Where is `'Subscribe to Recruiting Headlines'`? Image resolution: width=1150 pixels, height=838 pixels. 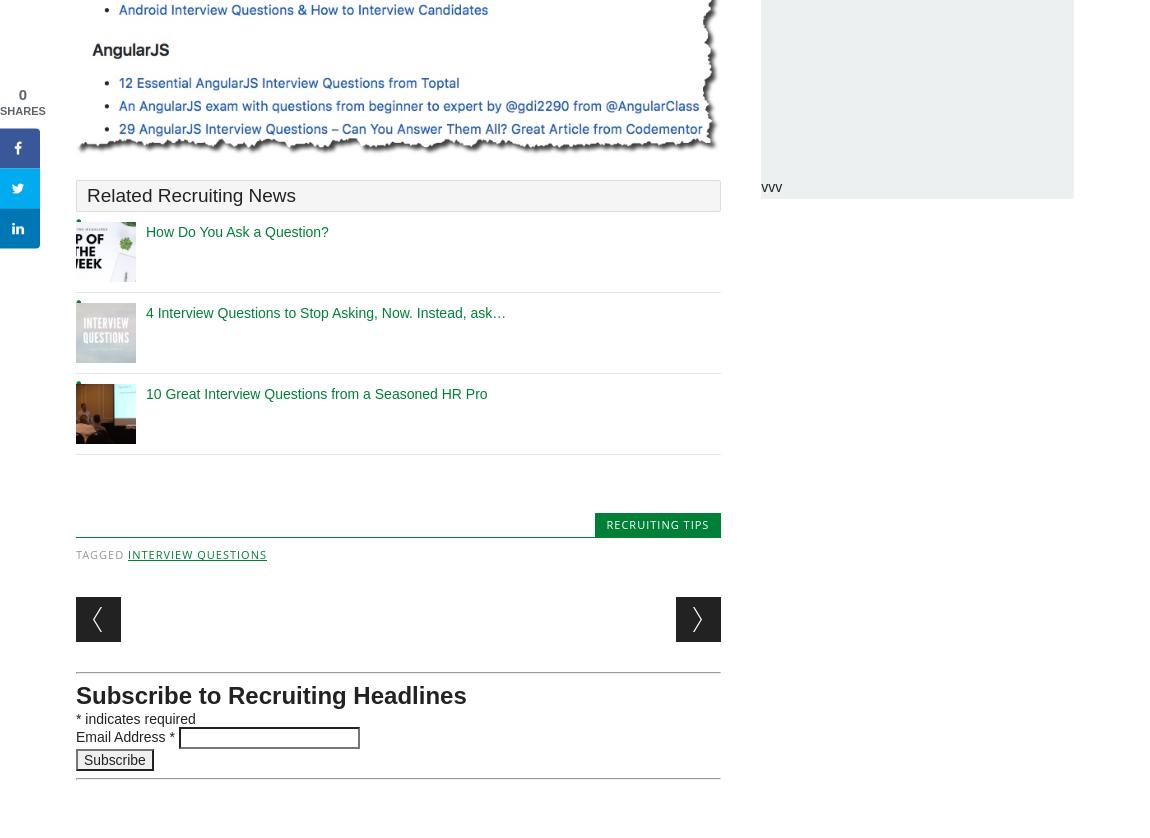 'Subscribe to Recruiting Headlines' is located at coordinates (270, 694).